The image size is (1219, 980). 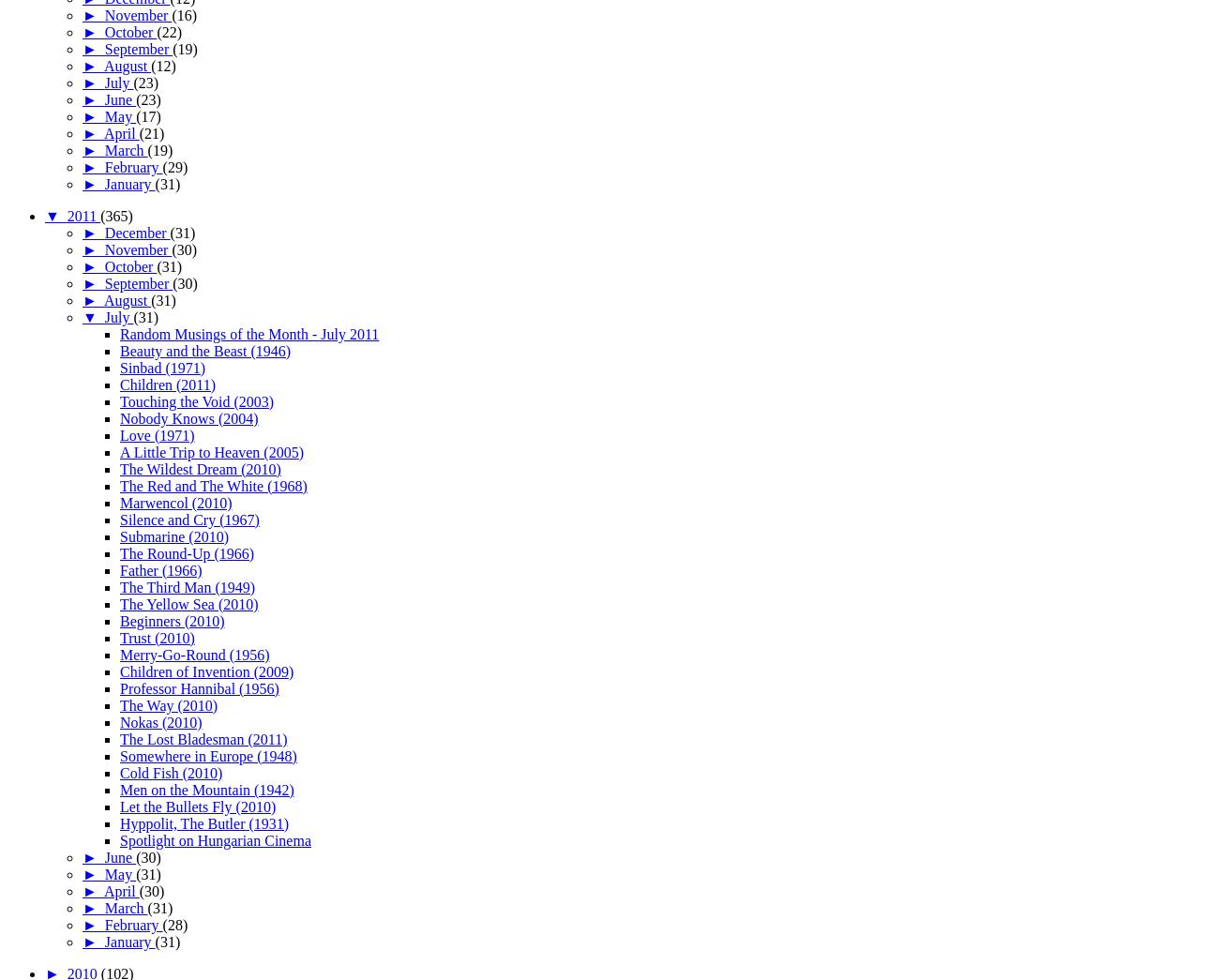 What do you see at coordinates (160, 721) in the screenshot?
I see `'Nokas (2010)'` at bounding box center [160, 721].